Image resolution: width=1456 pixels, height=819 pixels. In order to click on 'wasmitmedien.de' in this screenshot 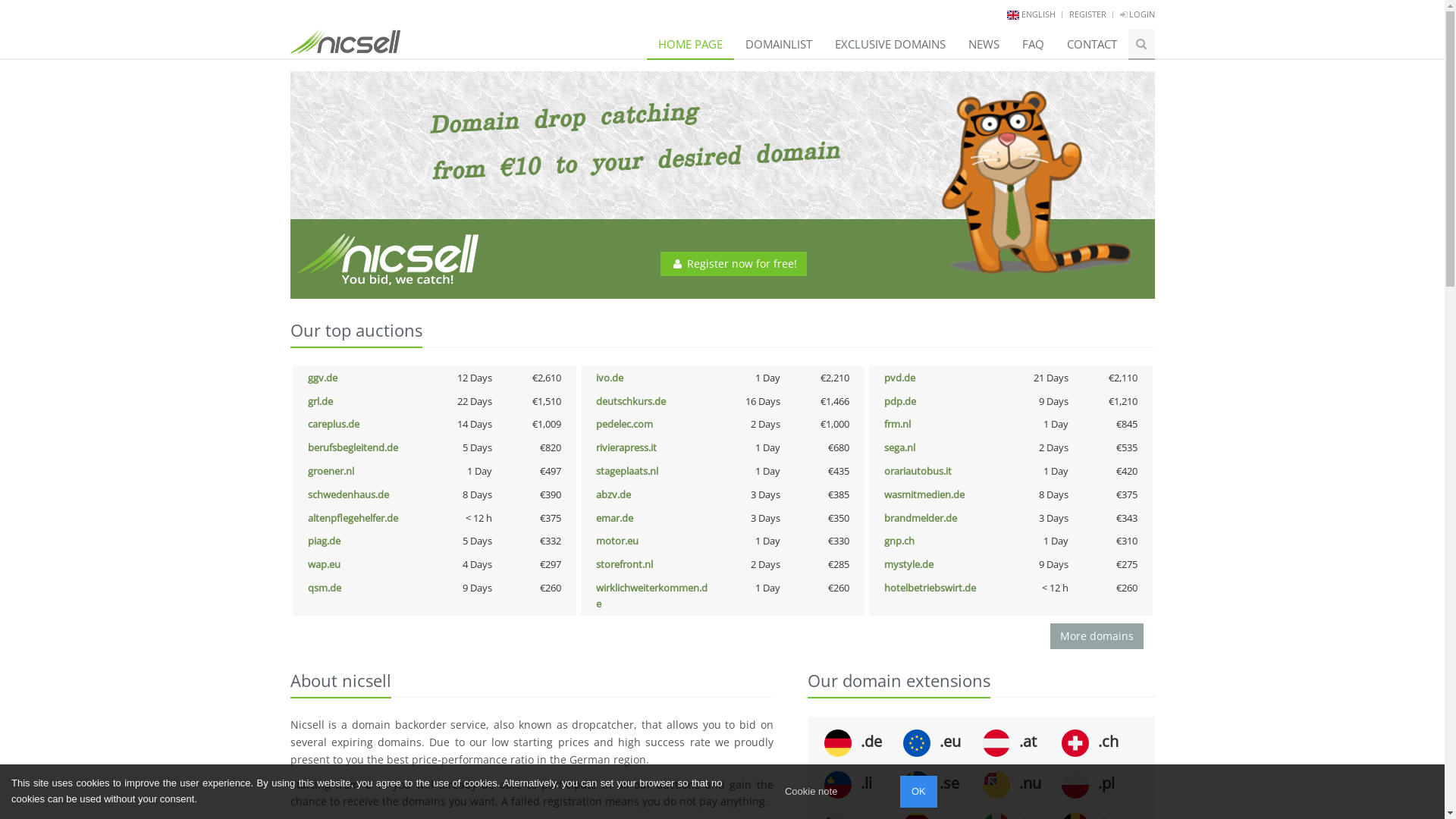, I will do `click(924, 494)`.